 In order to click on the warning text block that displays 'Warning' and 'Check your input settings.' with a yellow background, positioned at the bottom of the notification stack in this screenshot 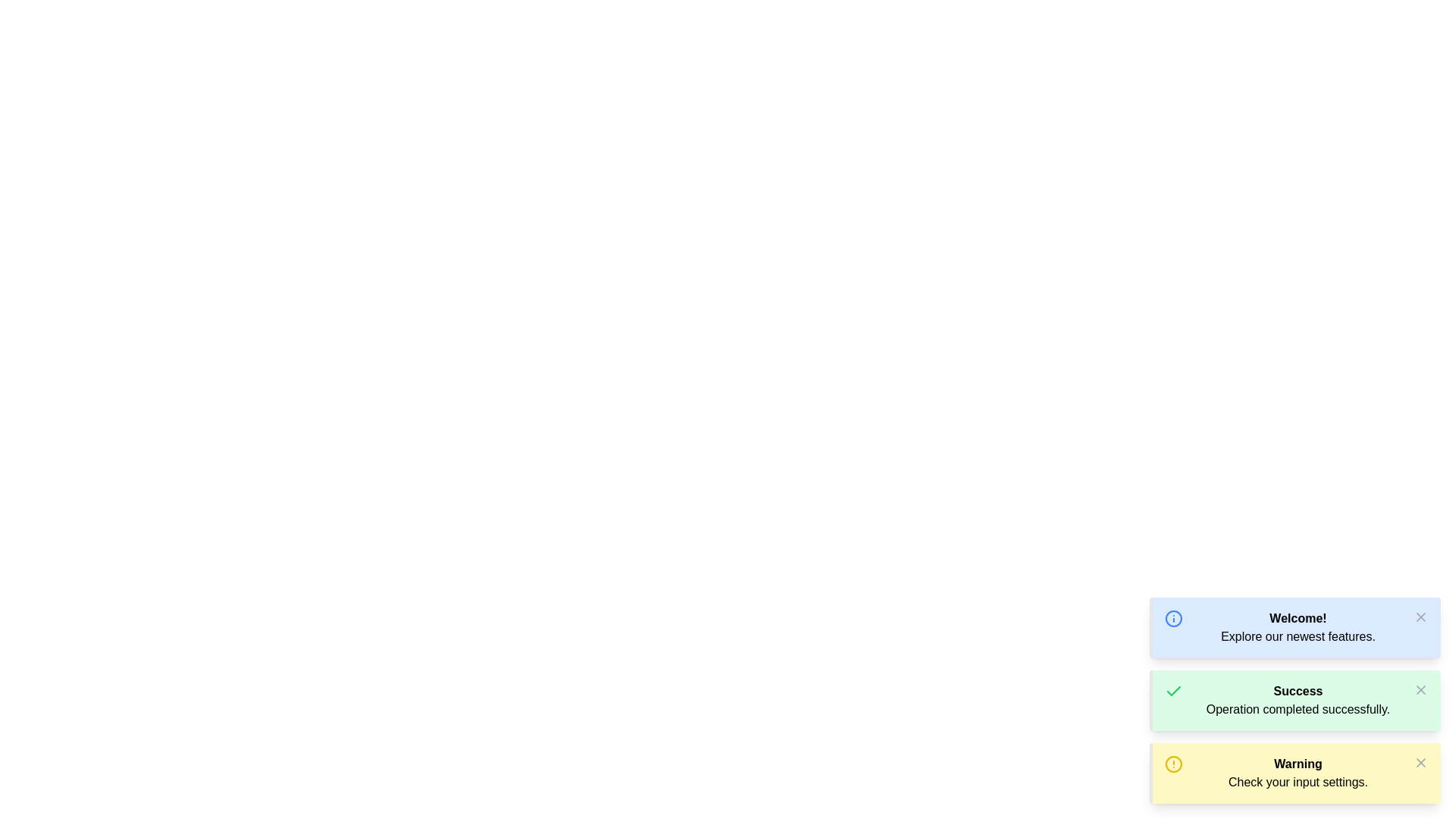, I will do `click(1298, 773)`.